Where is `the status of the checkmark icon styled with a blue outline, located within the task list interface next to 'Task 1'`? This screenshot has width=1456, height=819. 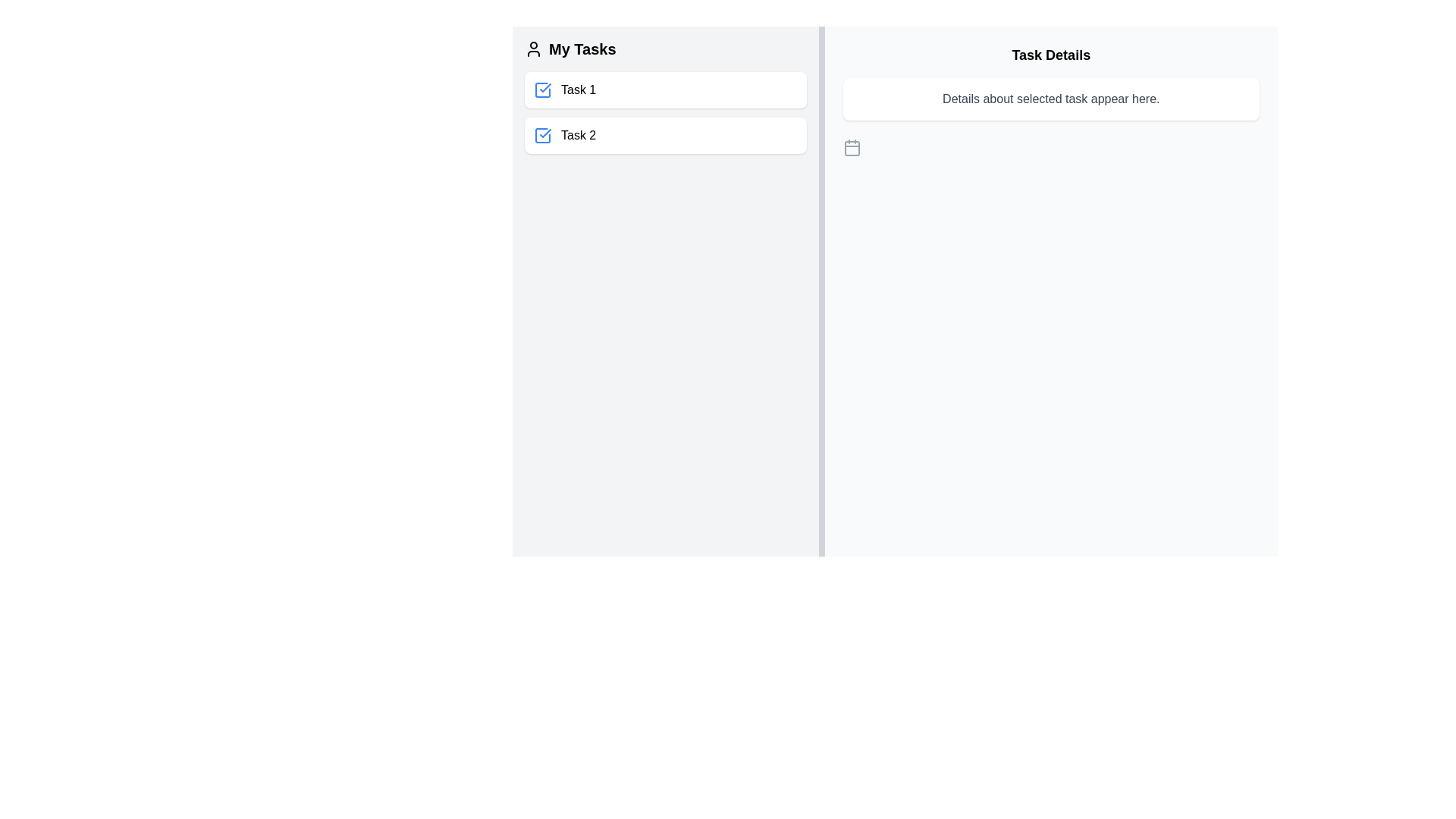 the status of the checkmark icon styled with a blue outline, located within the task list interface next to 'Task 1' is located at coordinates (542, 90).